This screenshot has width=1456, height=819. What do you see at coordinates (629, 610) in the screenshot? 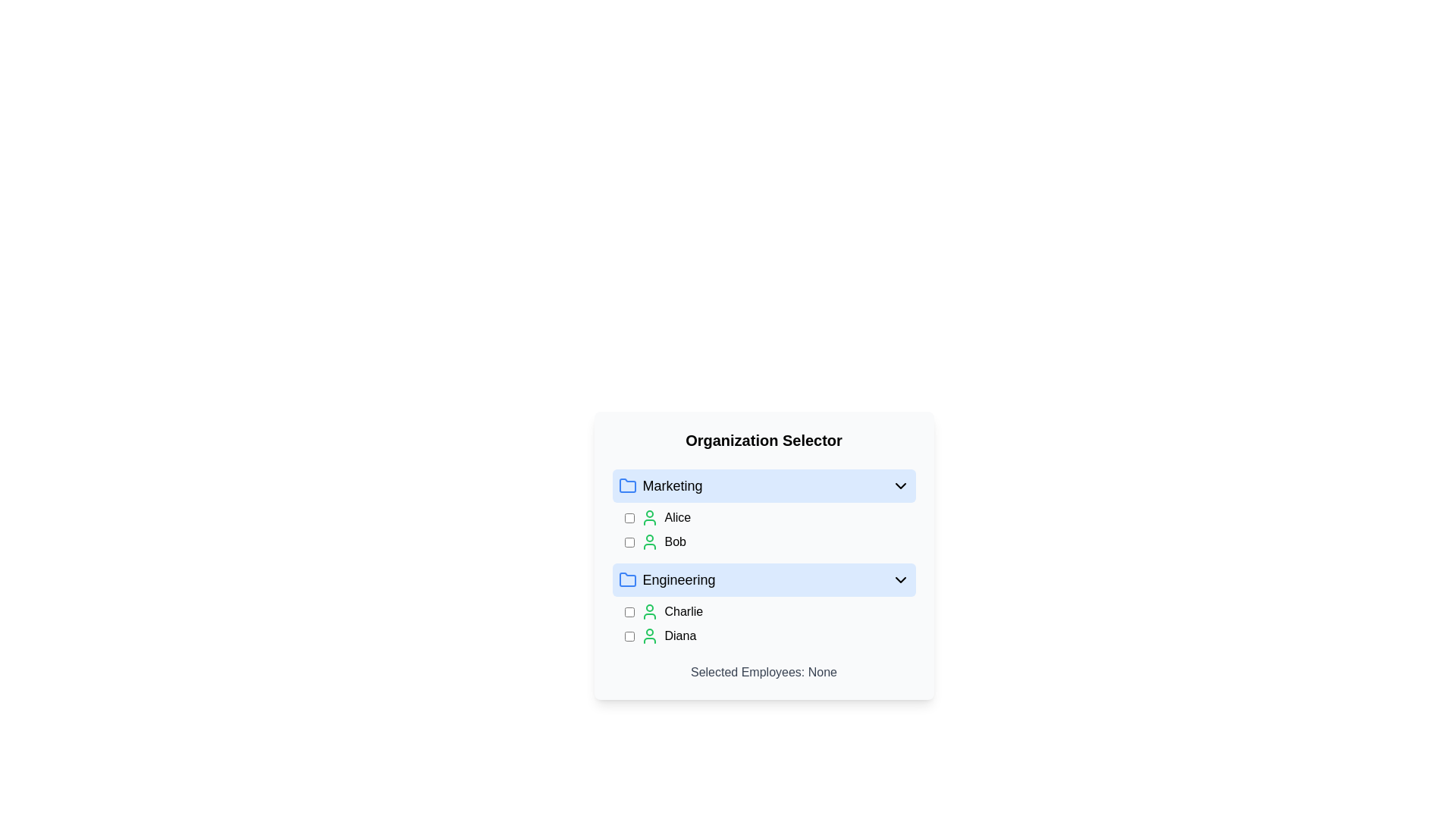
I see `the checkbox located to the left of the text 'Charlie'` at bounding box center [629, 610].